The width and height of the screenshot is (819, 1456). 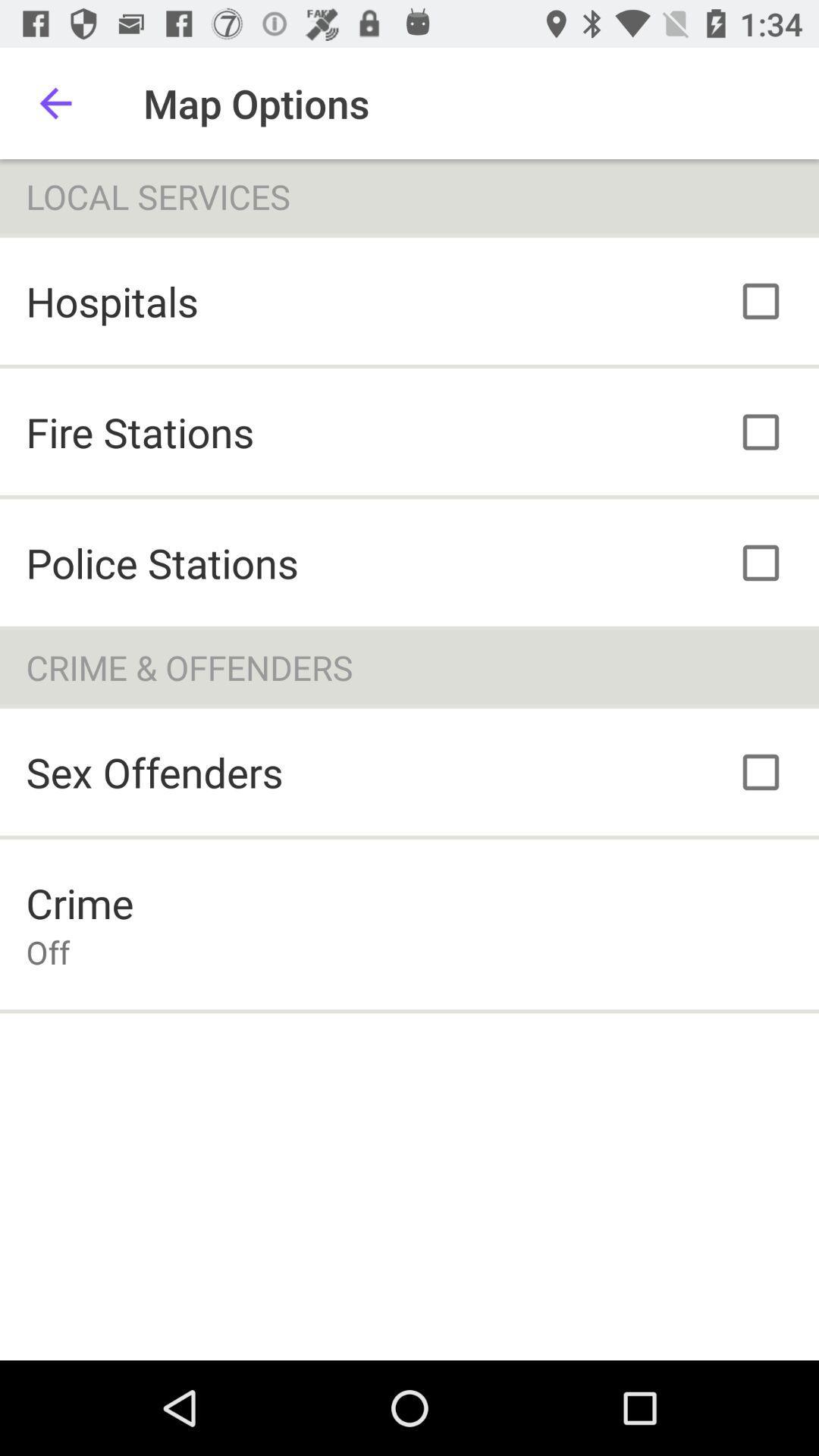 What do you see at coordinates (111, 301) in the screenshot?
I see `item above the fire stations` at bounding box center [111, 301].